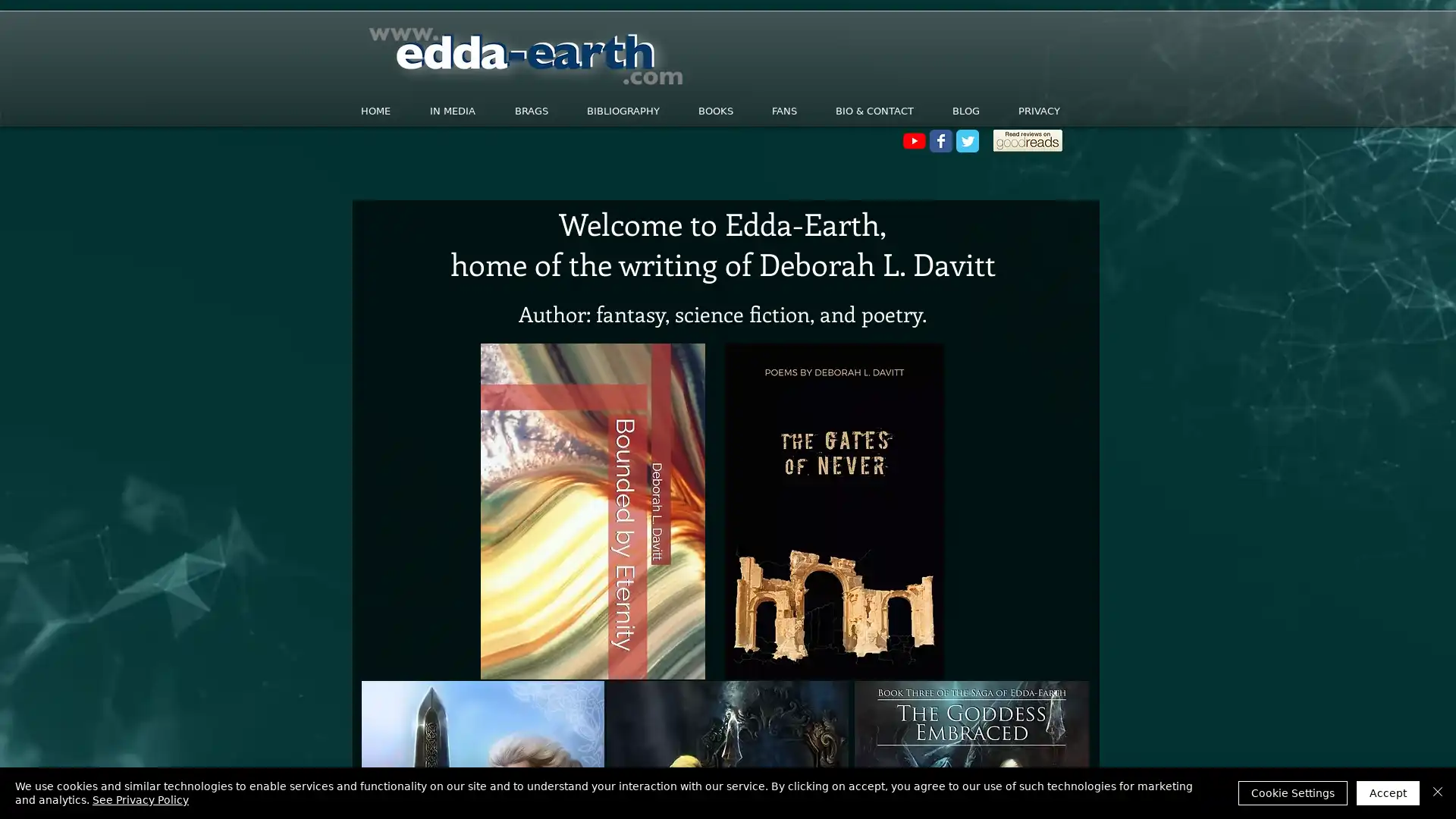 The height and width of the screenshot is (819, 1456). Describe the element at coordinates (1388, 792) in the screenshot. I see `Accept` at that location.